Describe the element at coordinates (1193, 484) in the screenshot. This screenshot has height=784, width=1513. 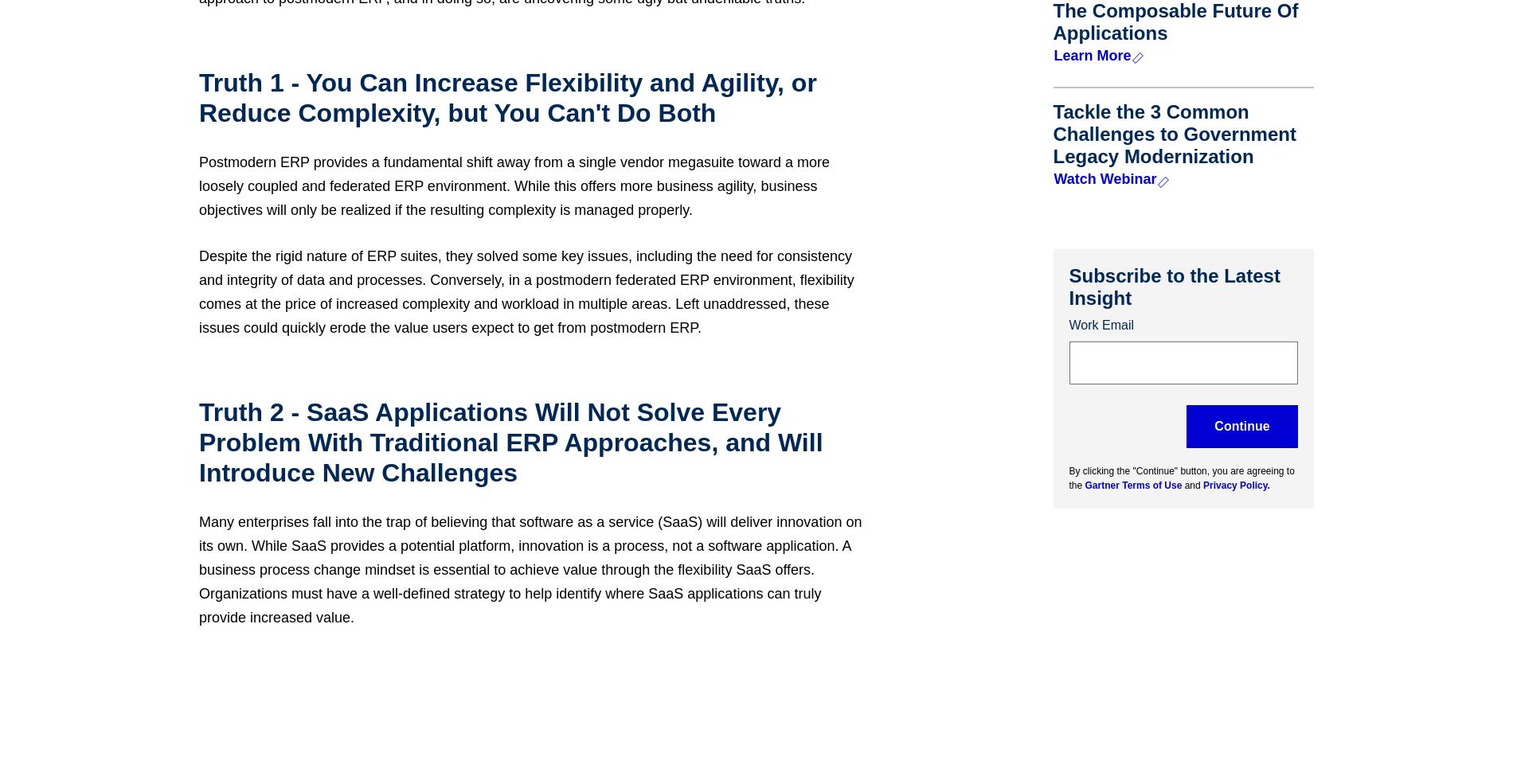
I see `'and'` at that location.